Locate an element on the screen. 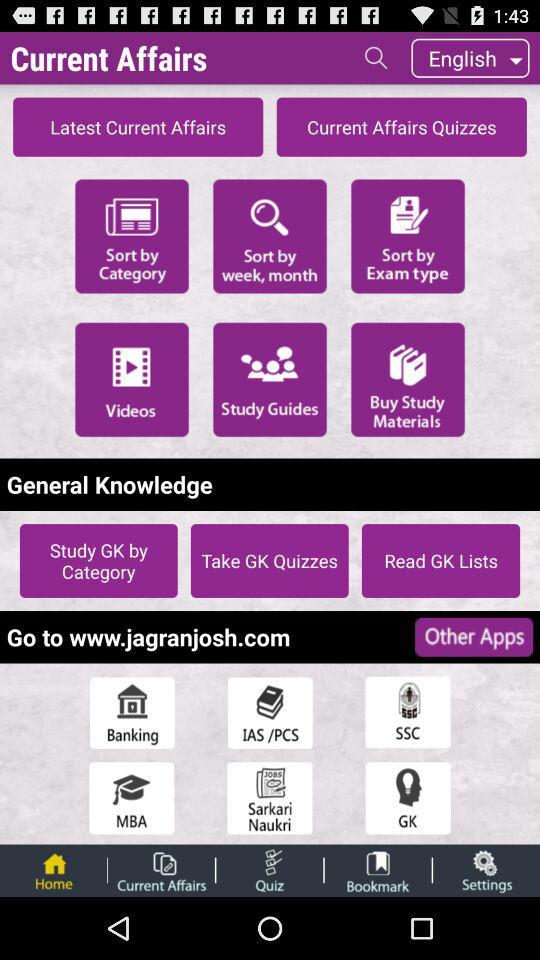 The image size is (540, 960). icon above the current affairs quizzes button is located at coordinates (376, 56).